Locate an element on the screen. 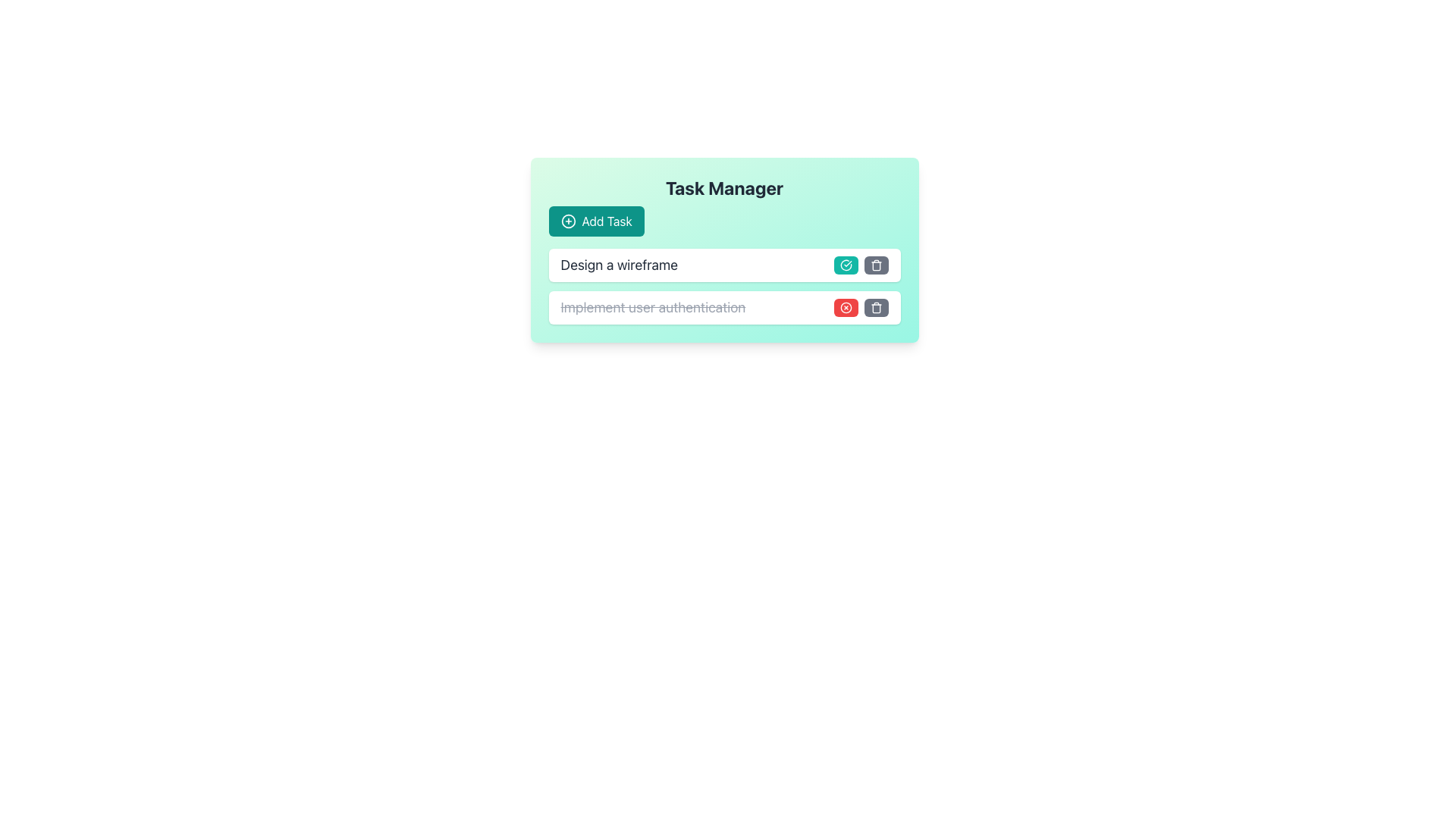 The width and height of the screenshot is (1456, 819). the cancel icon component of the button located to the right of the second task in the task list is located at coordinates (845, 307).